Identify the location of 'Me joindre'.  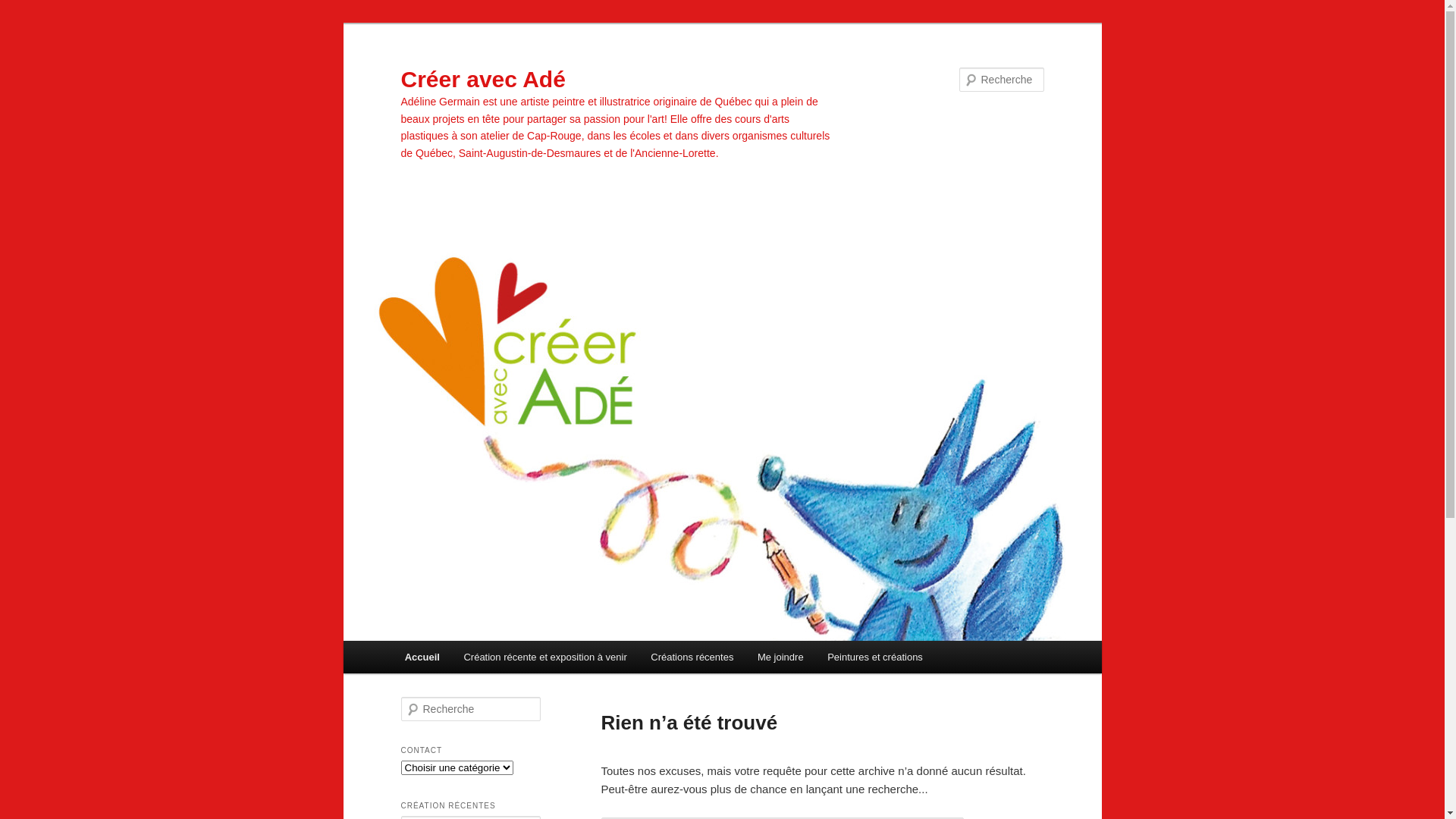
(780, 656).